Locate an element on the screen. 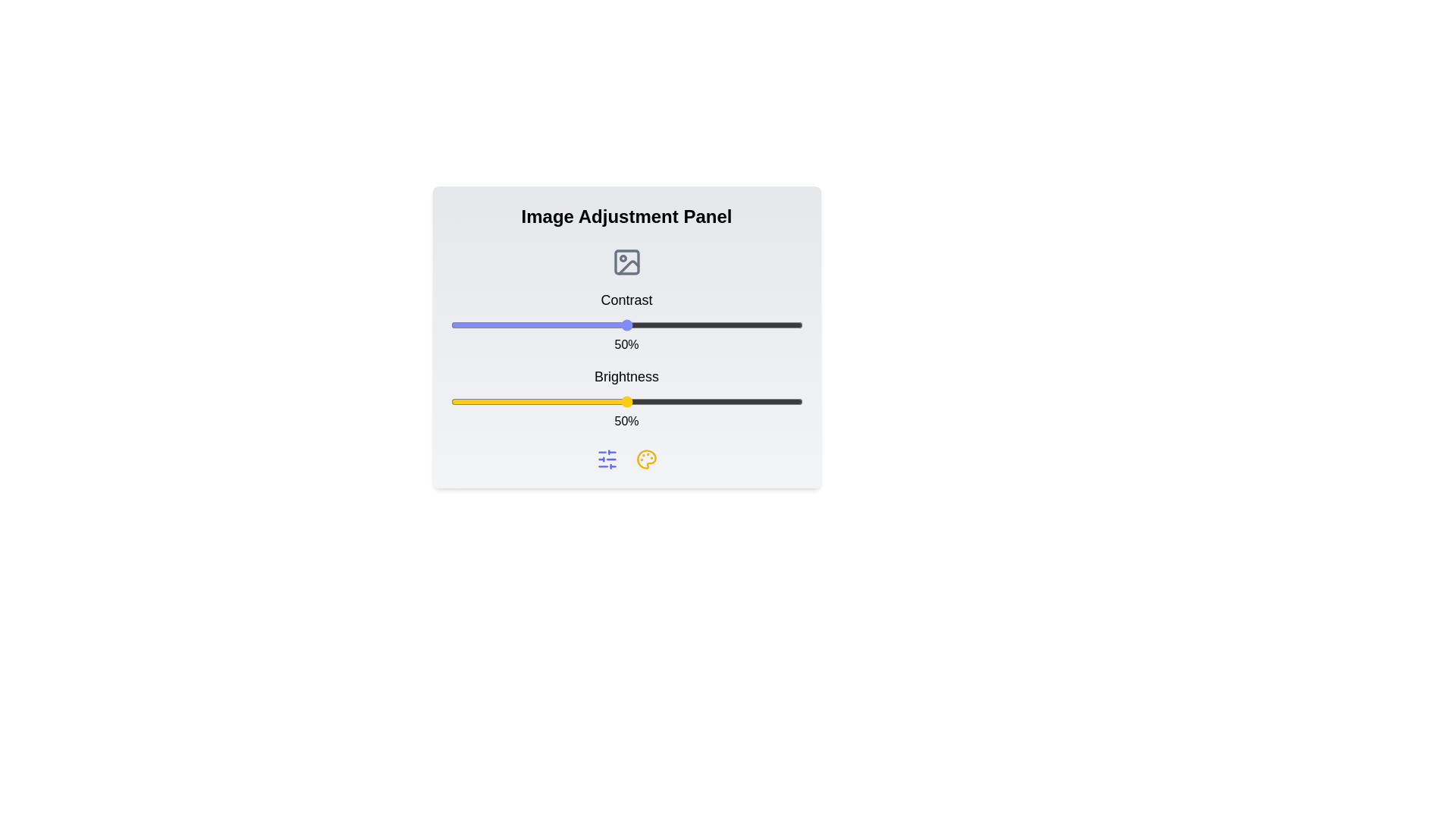 The image size is (1456, 819). the contrast slider to 80% is located at coordinates (732, 324).